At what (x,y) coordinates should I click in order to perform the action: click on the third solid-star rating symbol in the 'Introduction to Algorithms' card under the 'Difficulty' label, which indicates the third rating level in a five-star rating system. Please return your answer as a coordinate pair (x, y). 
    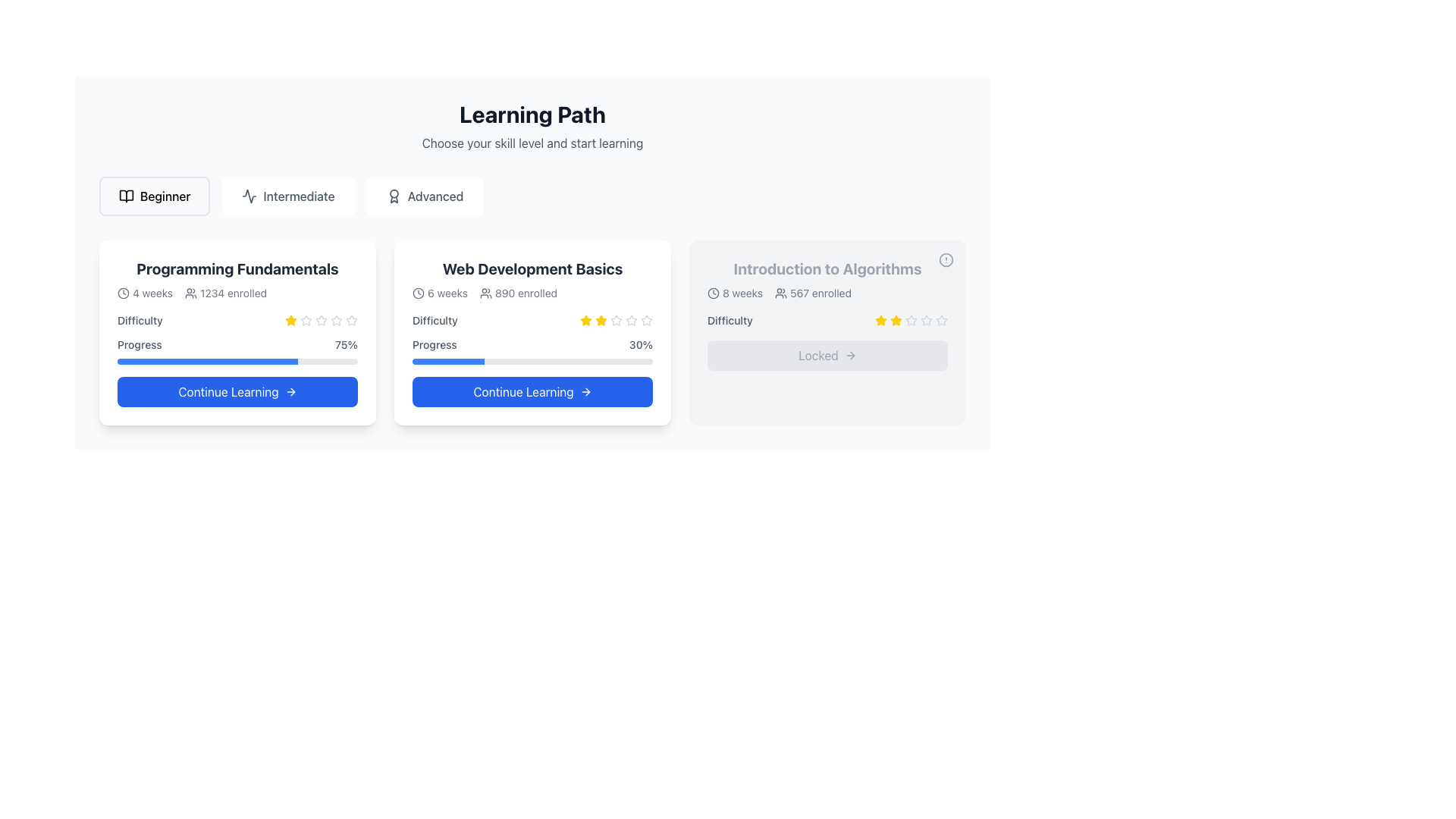
    Looking at the image, I should click on (896, 319).